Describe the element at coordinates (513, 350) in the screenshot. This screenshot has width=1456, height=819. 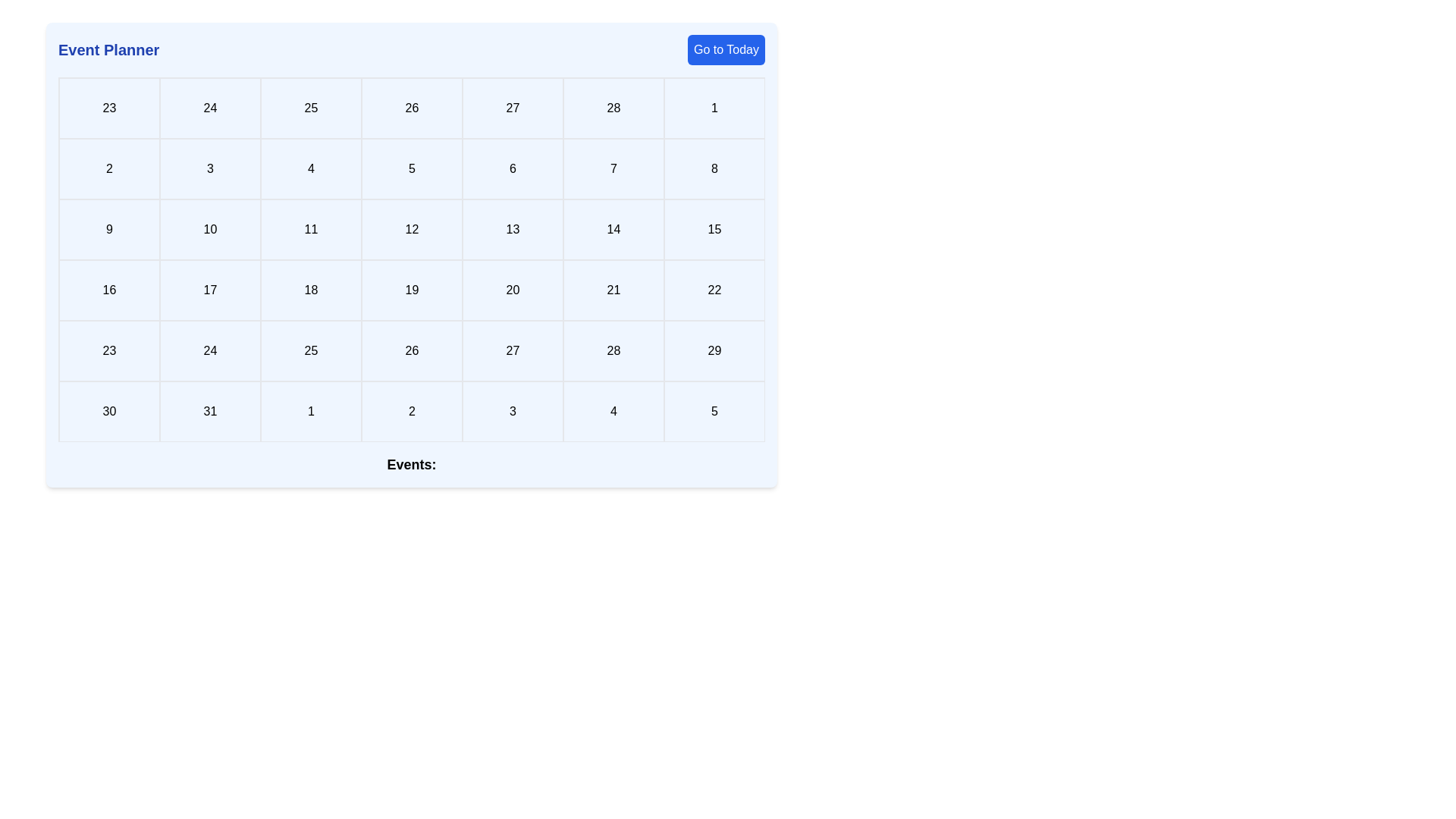
I see `the calendar day block labeled '27'` at that location.